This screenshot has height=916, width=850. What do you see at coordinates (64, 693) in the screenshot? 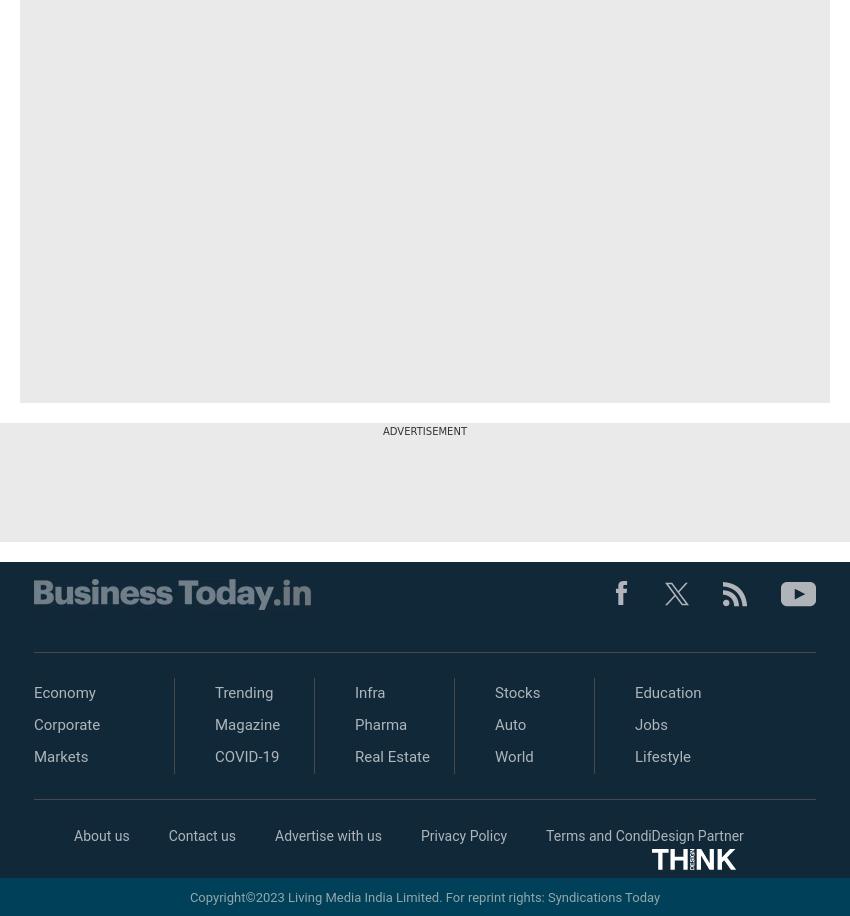
I see `'Economy'` at bounding box center [64, 693].